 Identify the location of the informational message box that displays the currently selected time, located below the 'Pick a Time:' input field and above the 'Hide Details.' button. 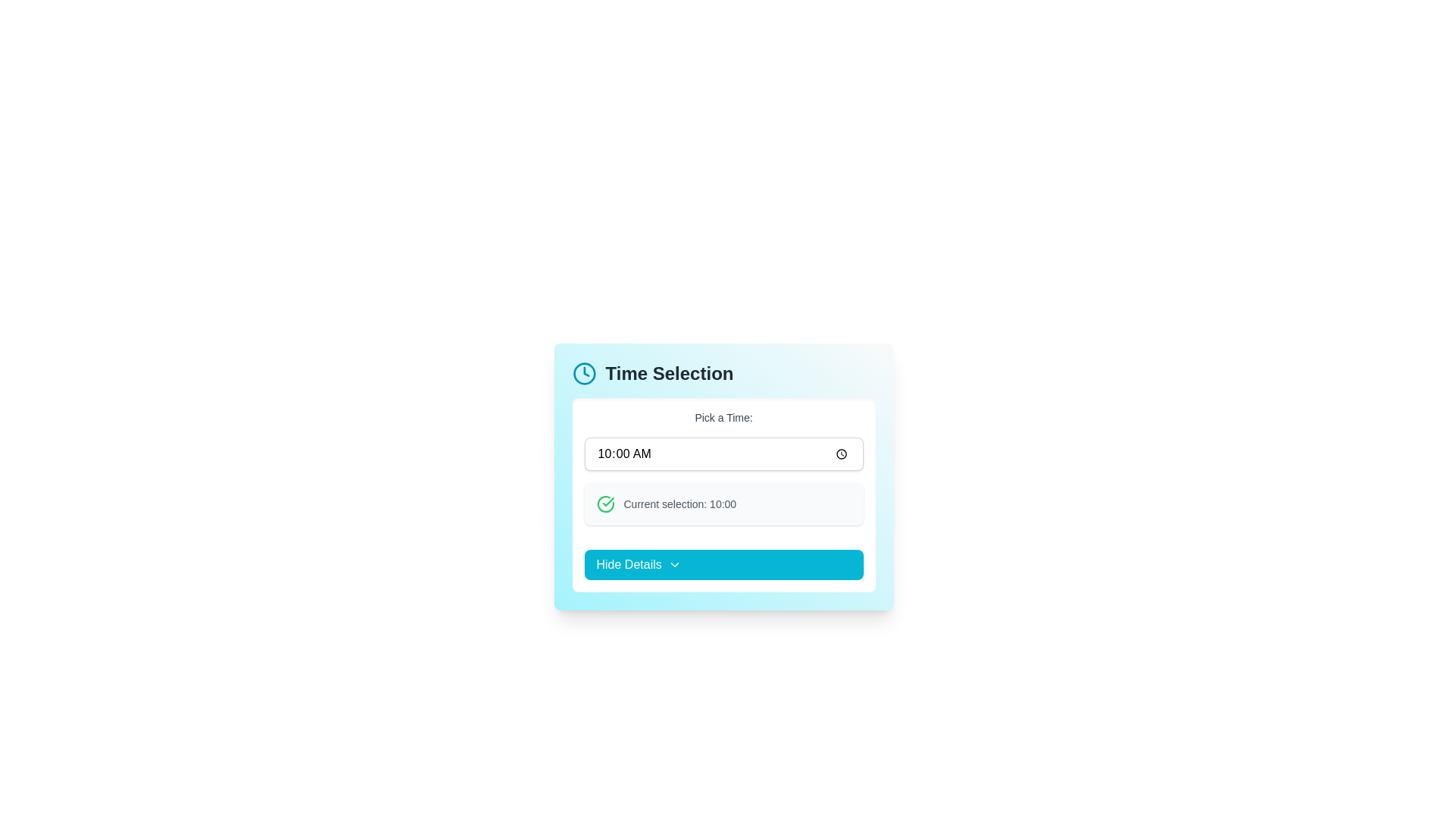
(723, 504).